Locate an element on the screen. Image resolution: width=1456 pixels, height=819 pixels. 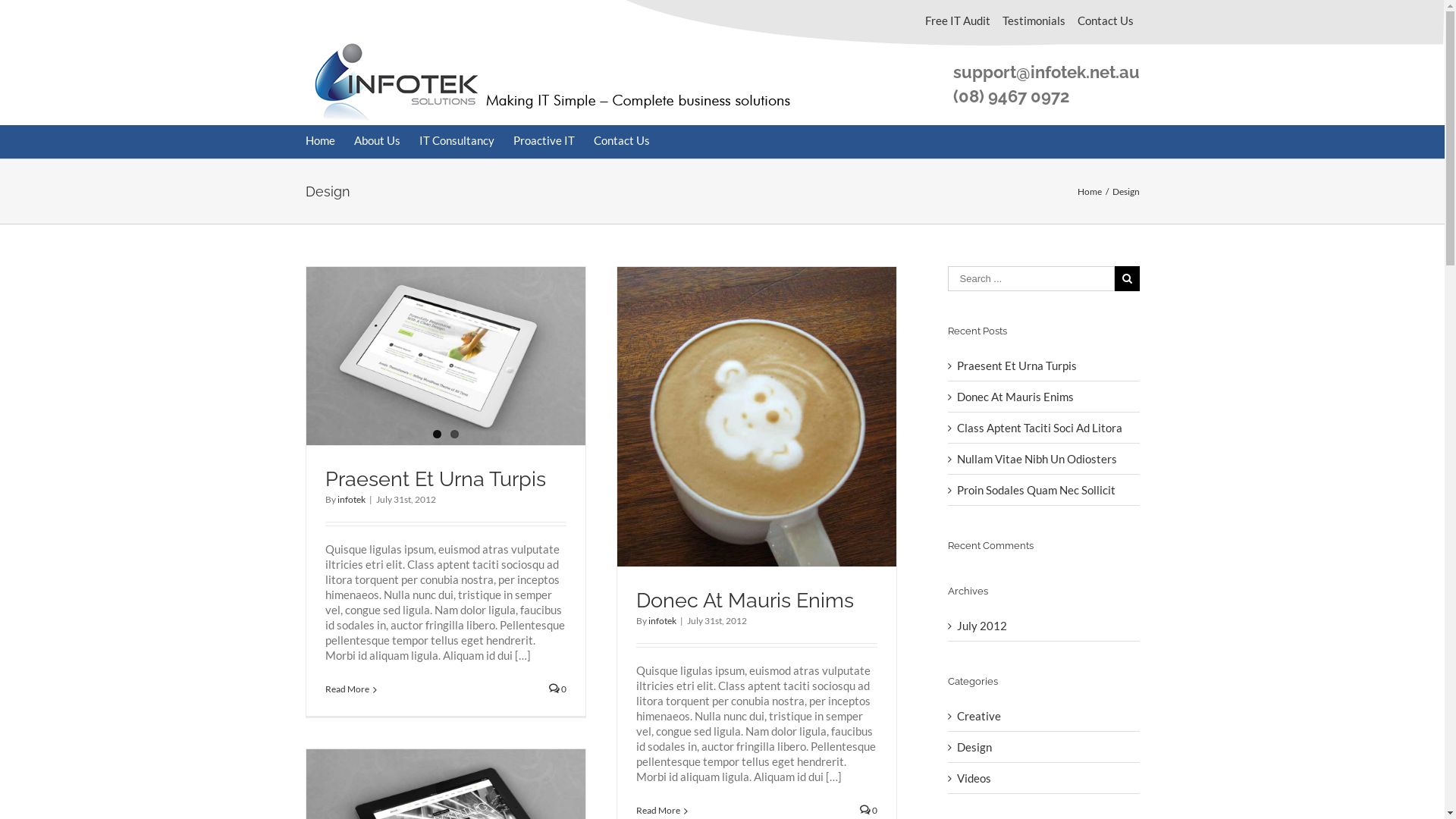
'Read More' is located at coordinates (657, 809).